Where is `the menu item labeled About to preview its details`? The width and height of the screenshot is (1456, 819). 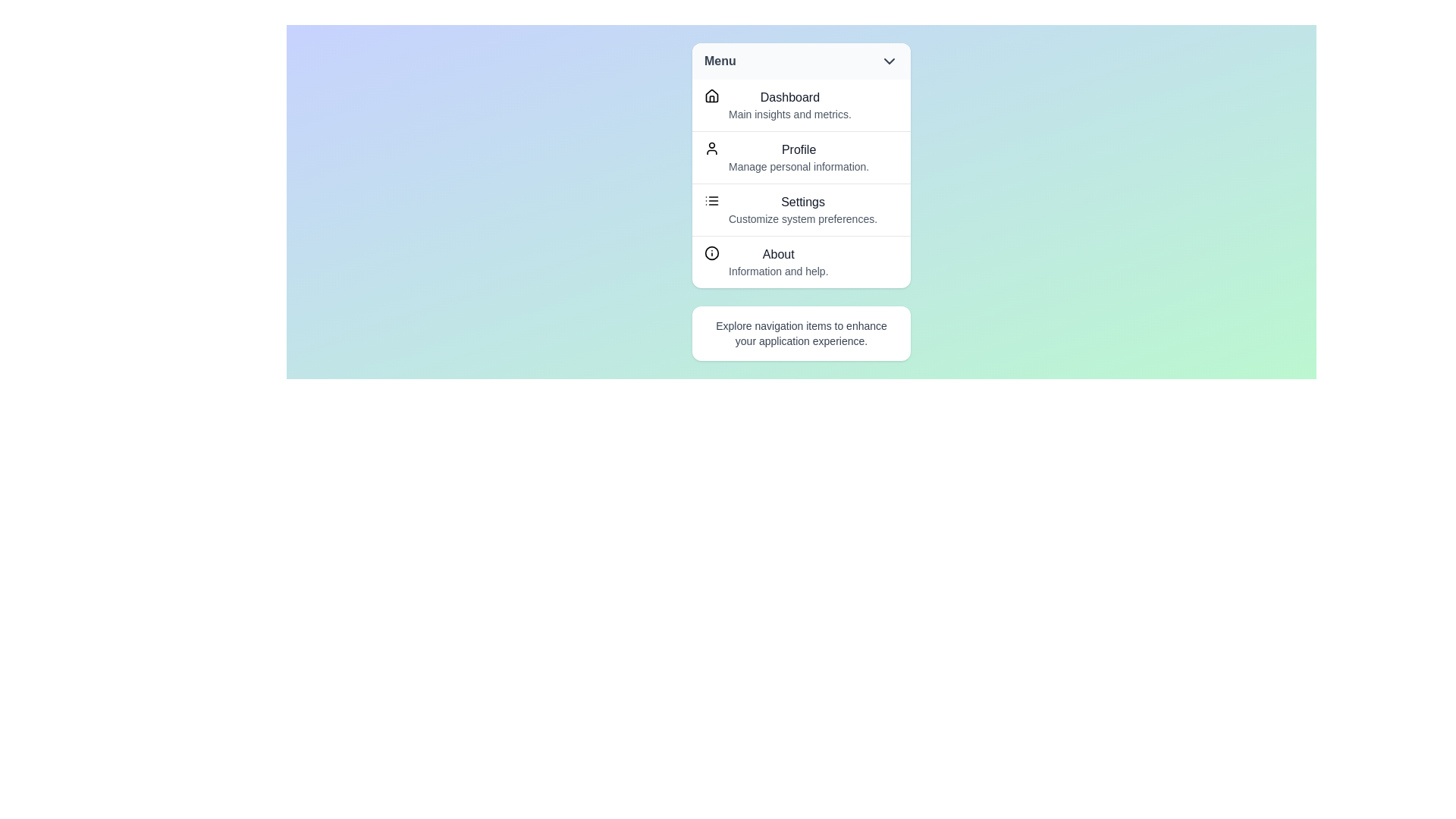
the menu item labeled About to preview its details is located at coordinates (800, 260).